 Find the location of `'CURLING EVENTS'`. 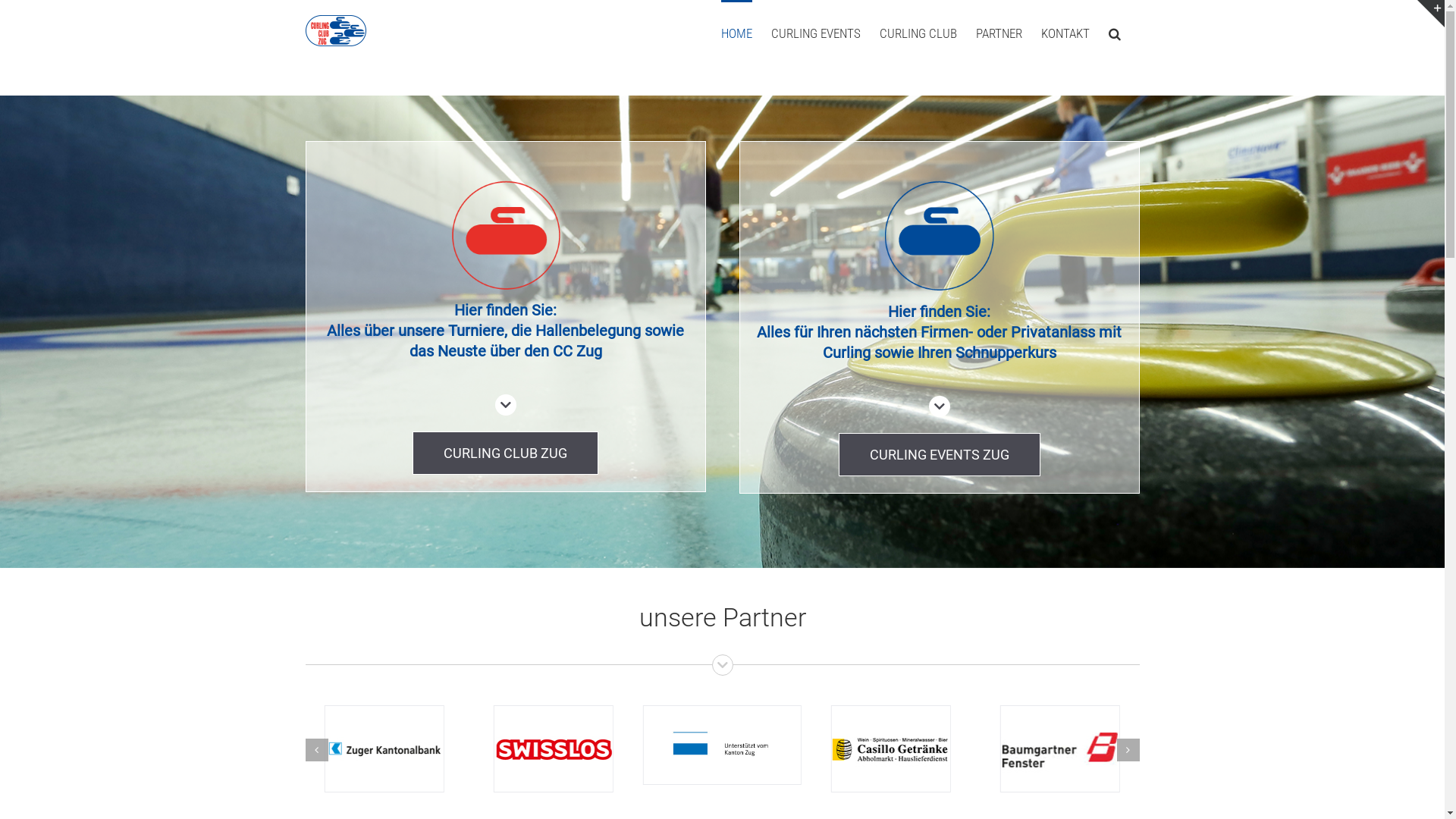

'CURLING EVENTS' is located at coordinates (770, 32).